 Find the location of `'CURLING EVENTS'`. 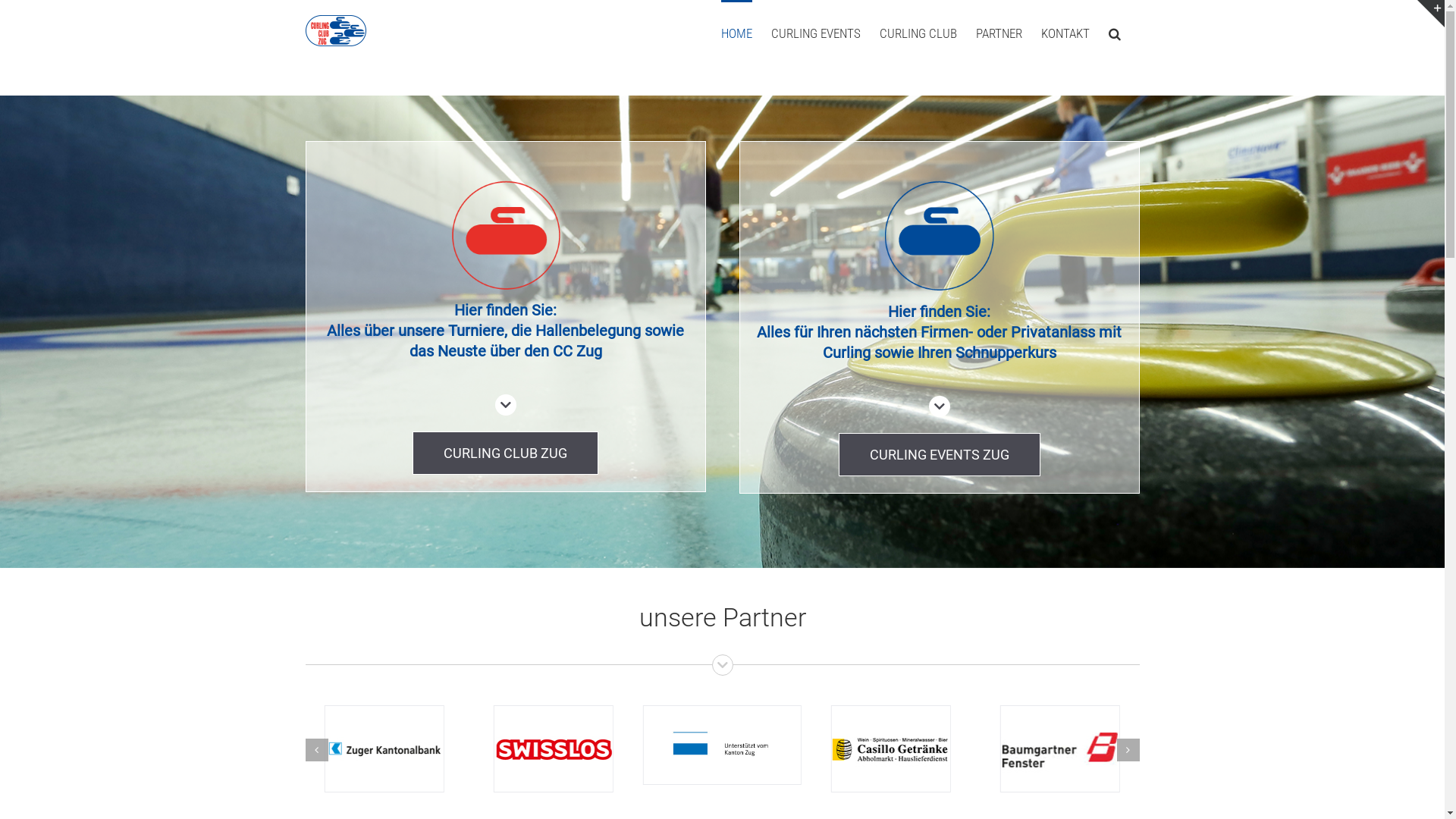

'CURLING EVENTS' is located at coordinates (770, 32).